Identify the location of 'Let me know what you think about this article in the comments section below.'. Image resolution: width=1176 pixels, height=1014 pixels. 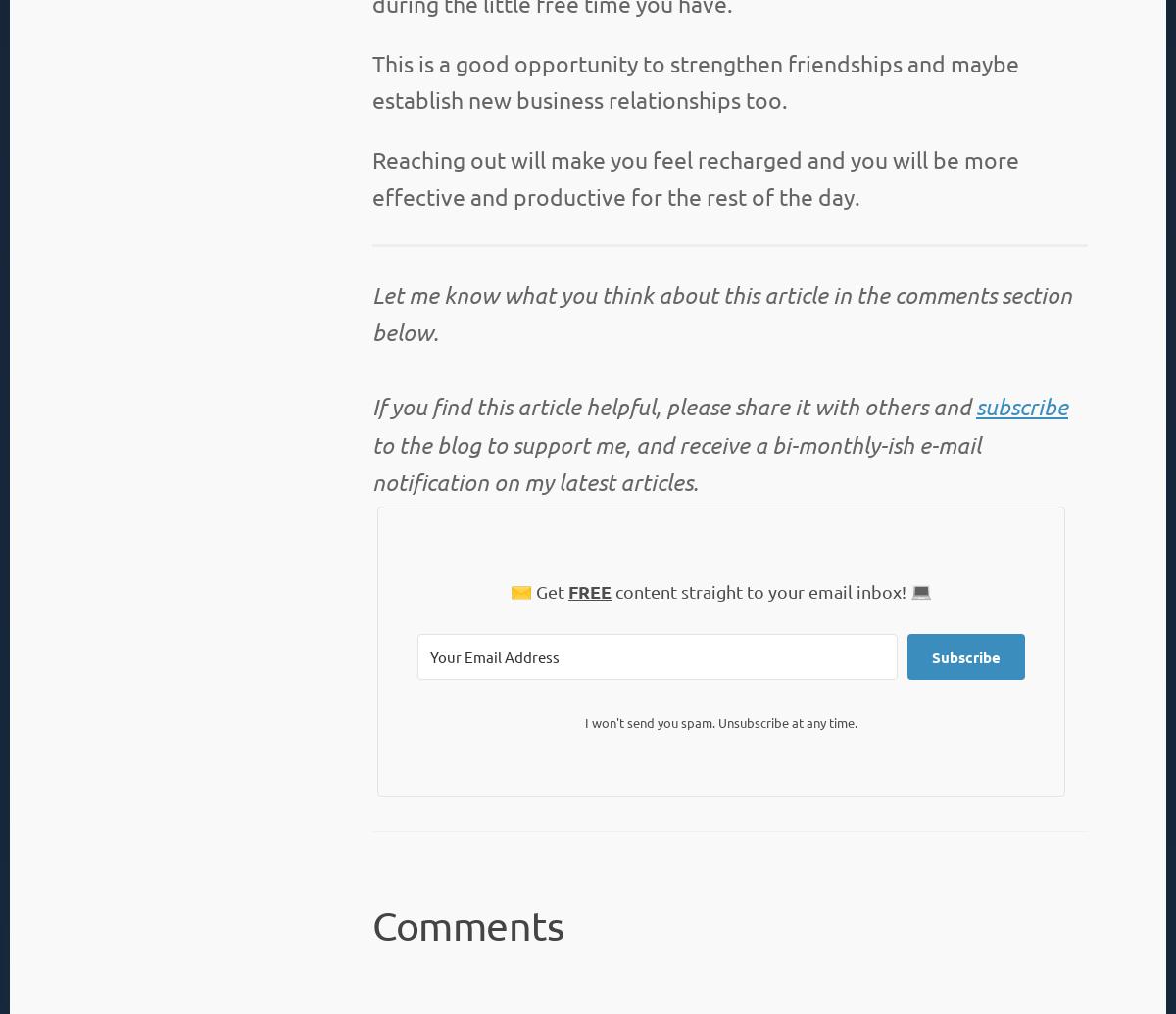
(372, 314).